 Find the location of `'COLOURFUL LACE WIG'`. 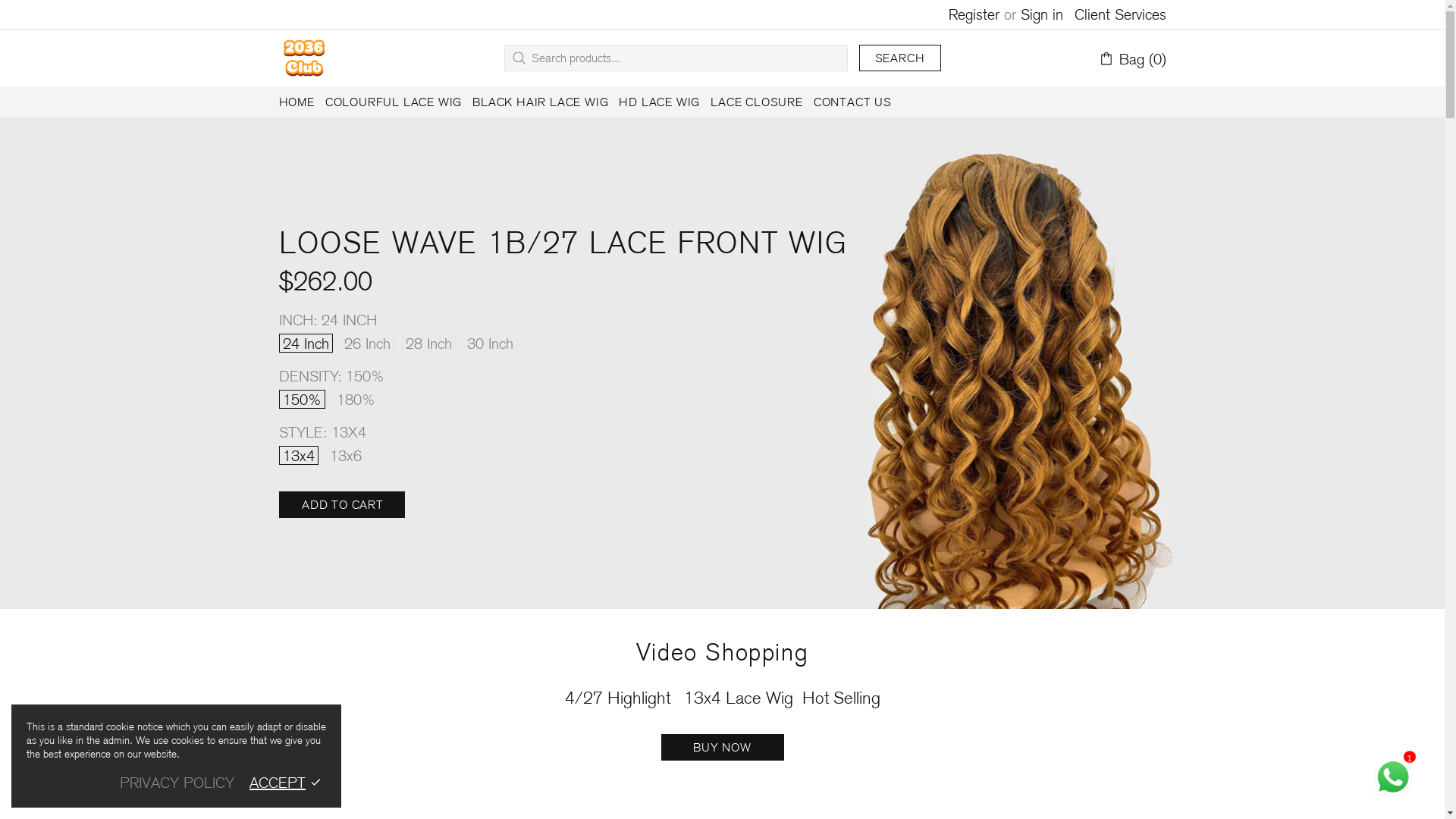

'COLOURFUL LACE WIG' is located at coordinates (319, 102).